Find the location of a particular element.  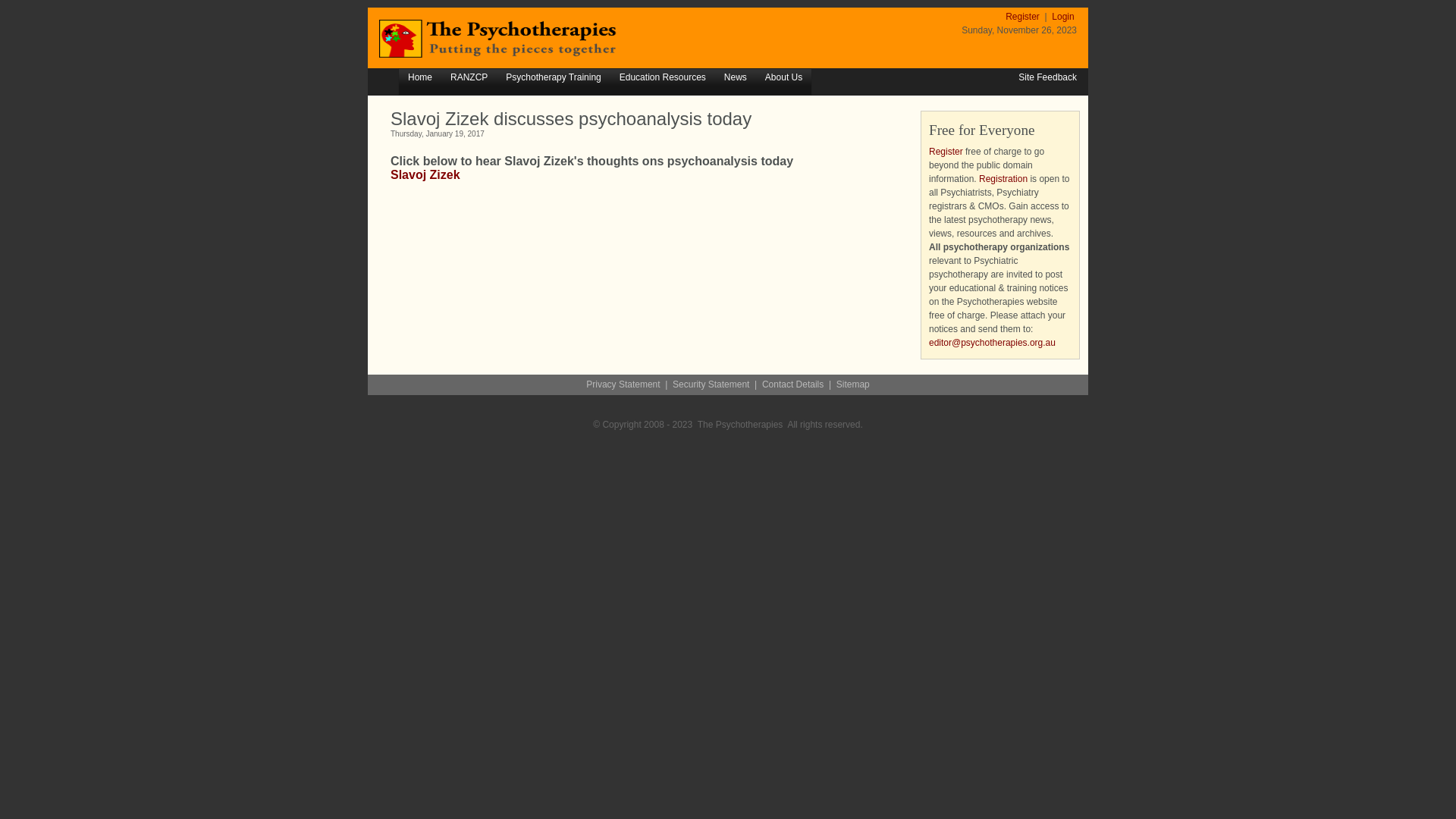

'RANZCP' is located at coordinates (468, 78).